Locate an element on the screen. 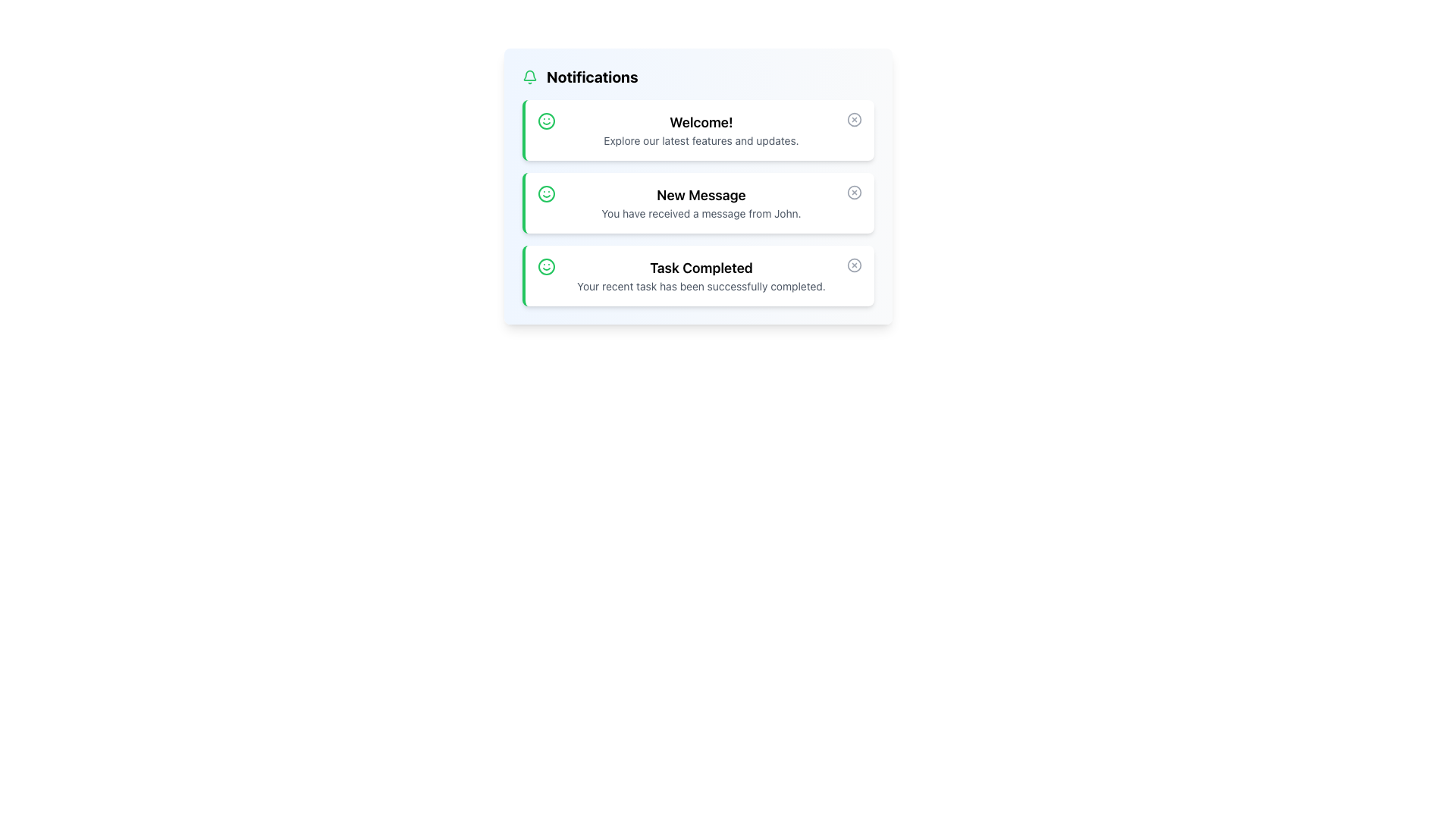 This screenshot has height=819, width=1456. the positive status icon located in the top-left corner of the first notification panel, which contains the heading 'Welcome!' and description 'Explore our latest features and updates.' is located at coordinates (546, 120).